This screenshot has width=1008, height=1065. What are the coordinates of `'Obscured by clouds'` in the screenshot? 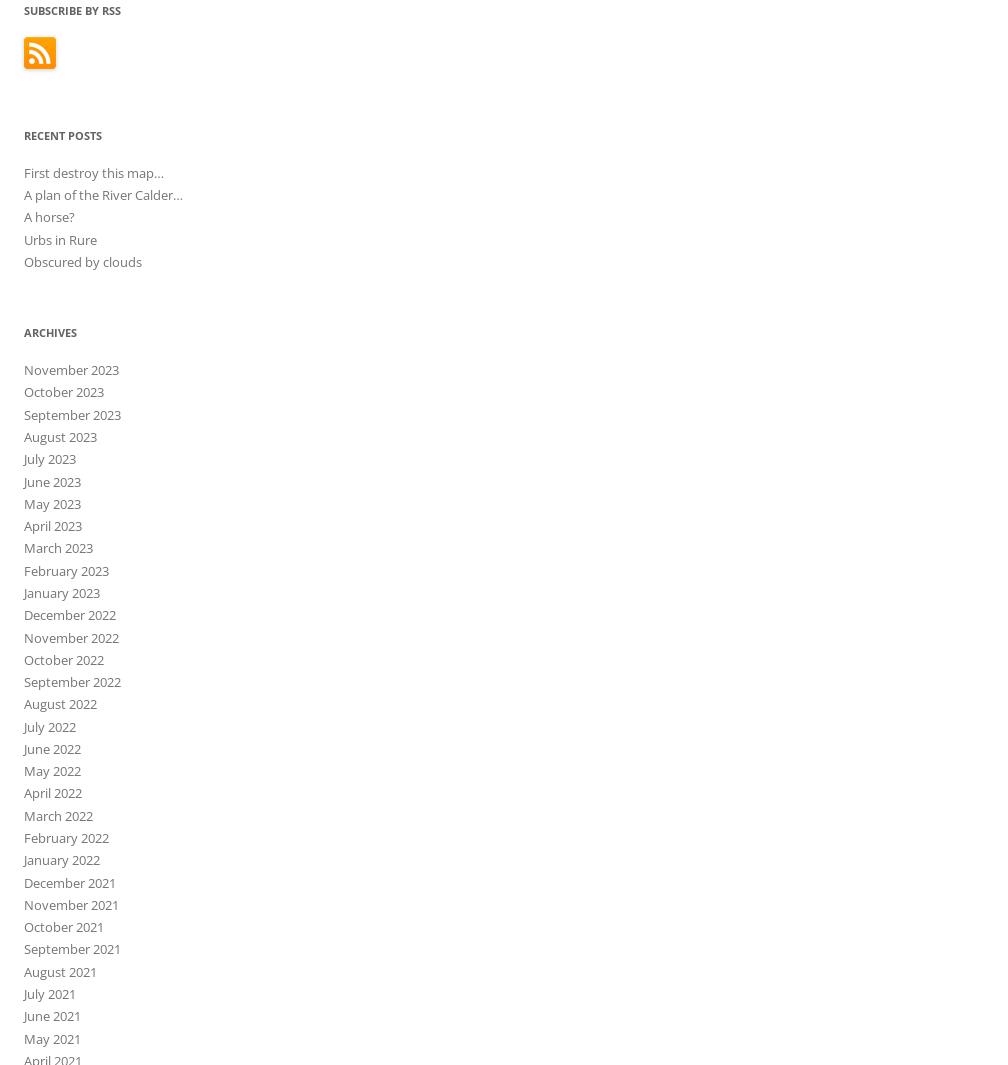 It's located at (82, 260).